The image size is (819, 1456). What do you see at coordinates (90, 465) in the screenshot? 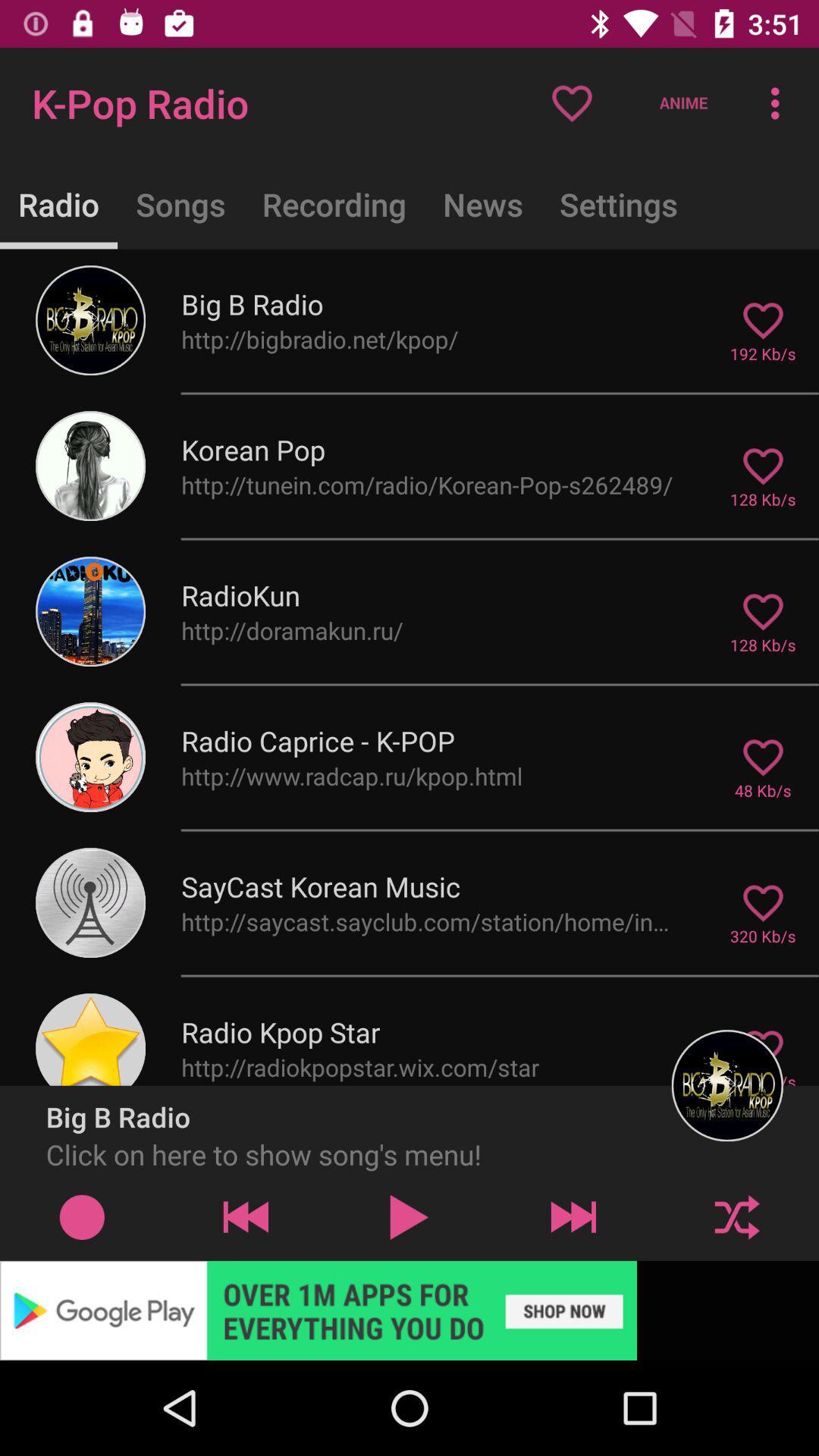
I see `korean pop image` at bounding box center [90, 465].